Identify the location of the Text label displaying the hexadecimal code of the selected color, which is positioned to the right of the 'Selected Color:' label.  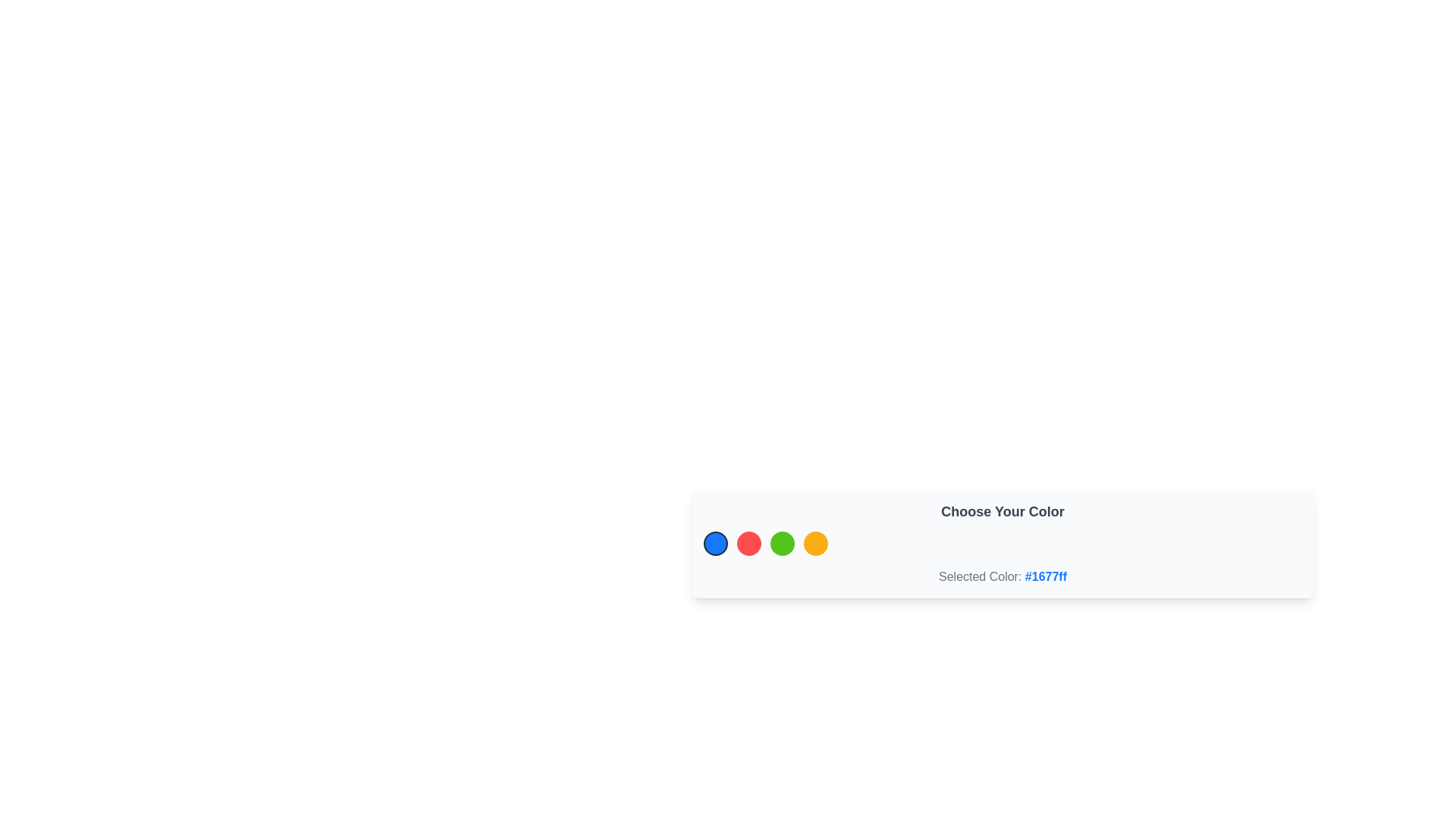
(1045, 576).